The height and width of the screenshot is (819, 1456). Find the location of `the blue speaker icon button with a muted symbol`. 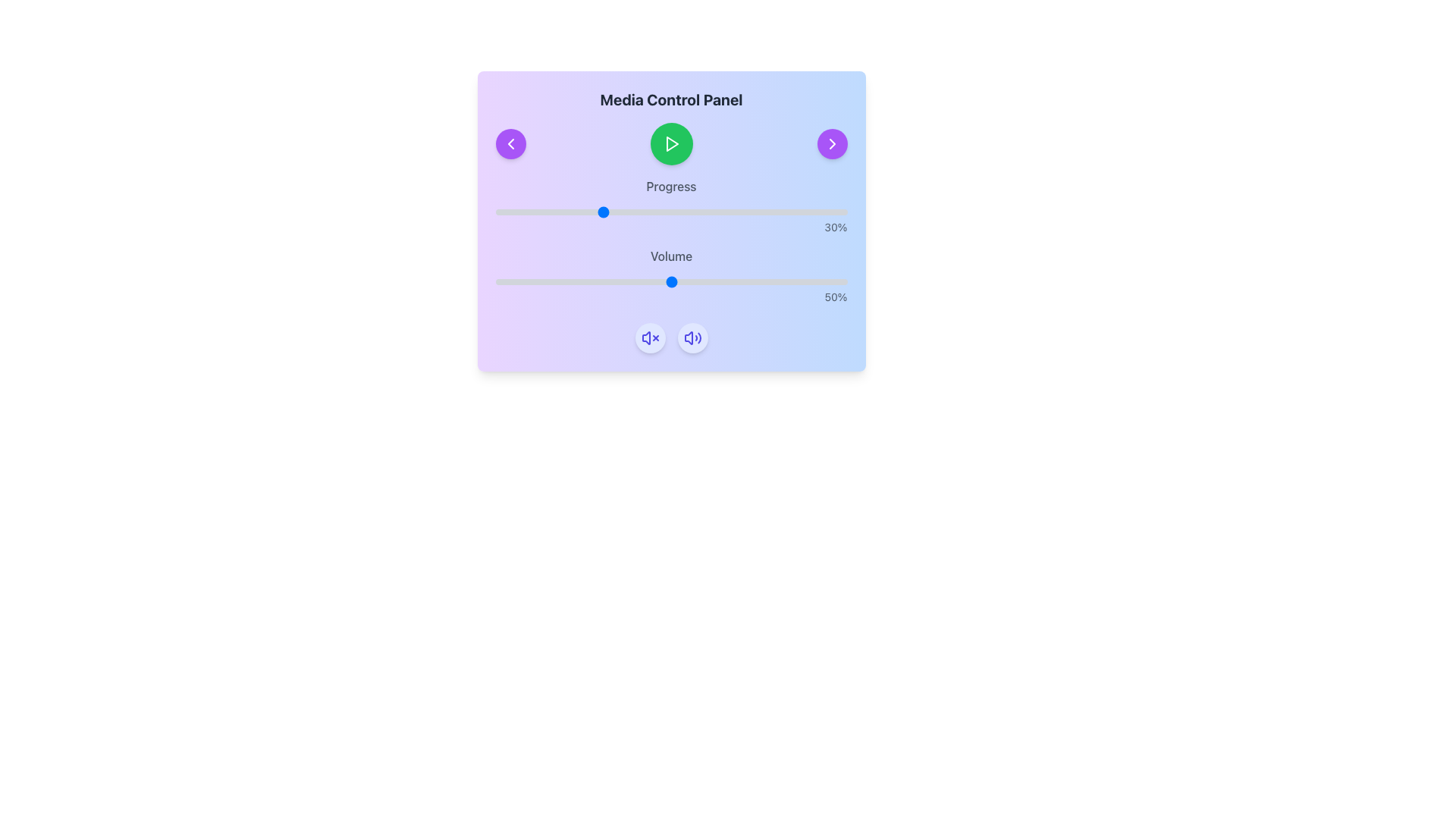

the blue speaker icon button with a muted symbol is located at coordinates (650, 337).